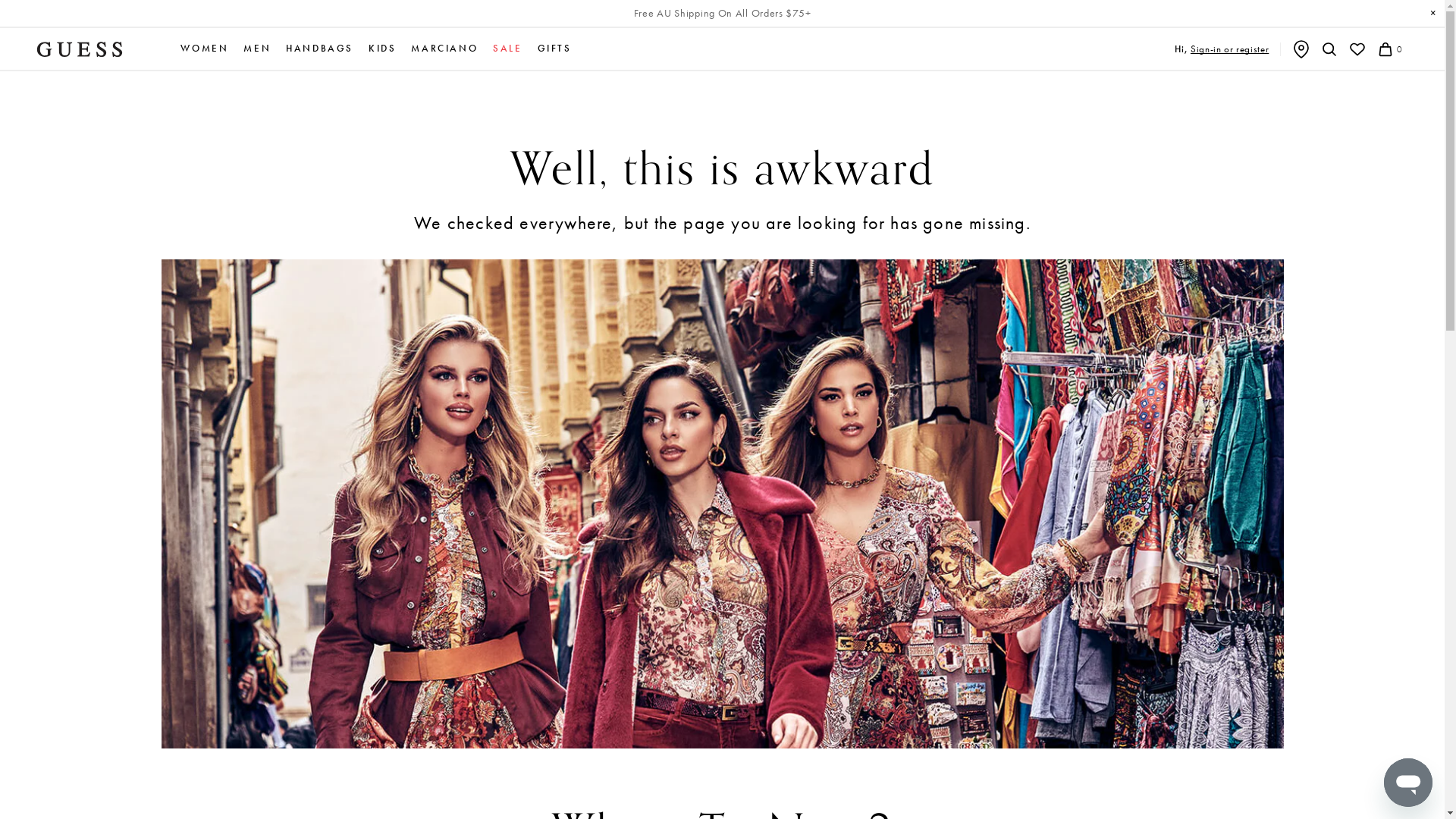  What do you see at coordinates (243, 48) in the screenshot?
I see `'MEN'` at bounding box center [243, 48].